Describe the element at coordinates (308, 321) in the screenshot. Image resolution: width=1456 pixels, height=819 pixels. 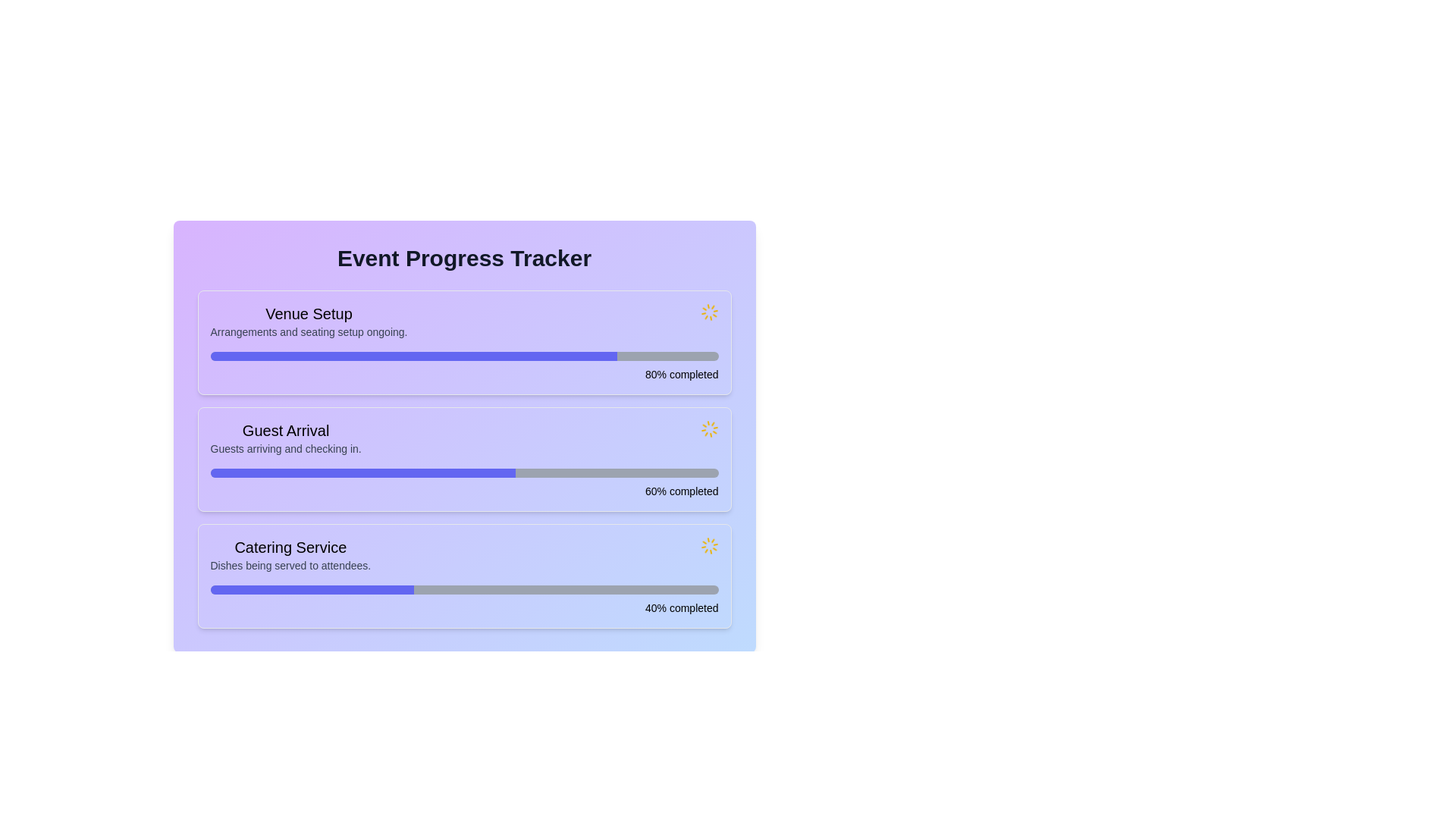
I see `the 'Venue Setup' progress update text which is the first element in the vertical list of sections within the card layout` at that location.